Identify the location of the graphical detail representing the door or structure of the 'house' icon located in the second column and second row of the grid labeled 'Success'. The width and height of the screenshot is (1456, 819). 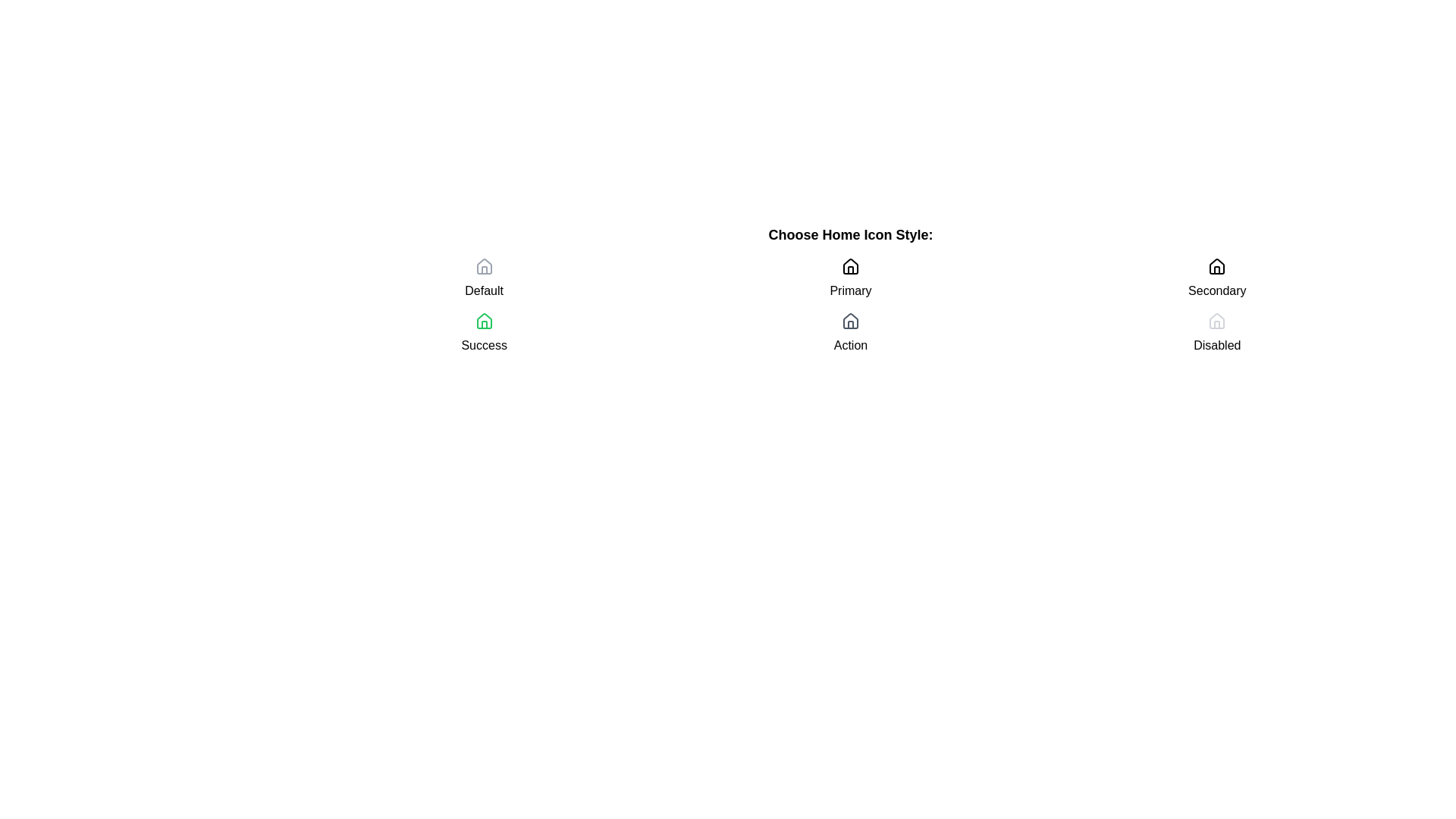
(483, 324).